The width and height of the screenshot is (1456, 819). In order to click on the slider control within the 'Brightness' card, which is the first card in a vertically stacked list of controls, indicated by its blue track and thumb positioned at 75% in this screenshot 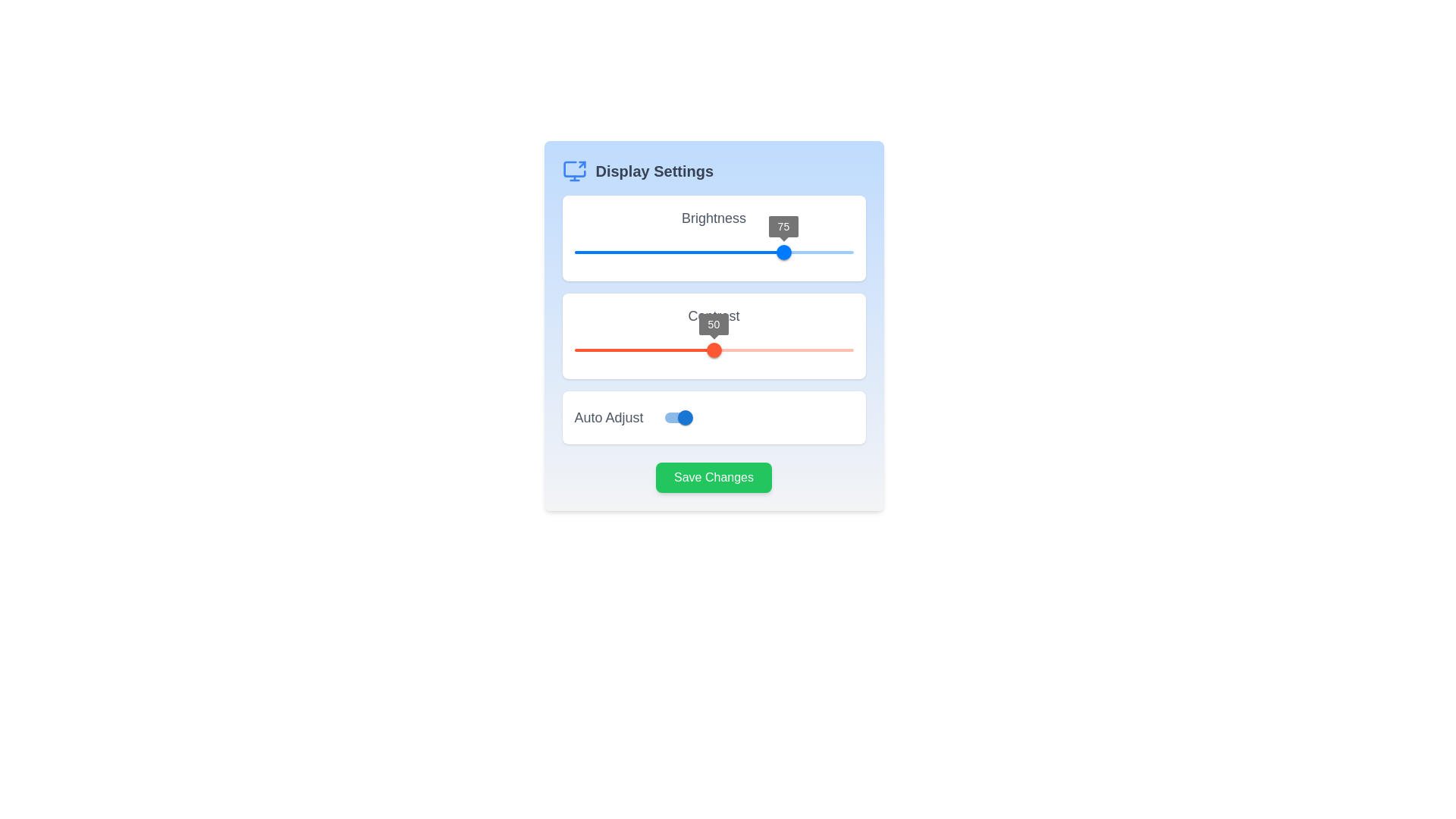, I will do `click(713, 238)`.